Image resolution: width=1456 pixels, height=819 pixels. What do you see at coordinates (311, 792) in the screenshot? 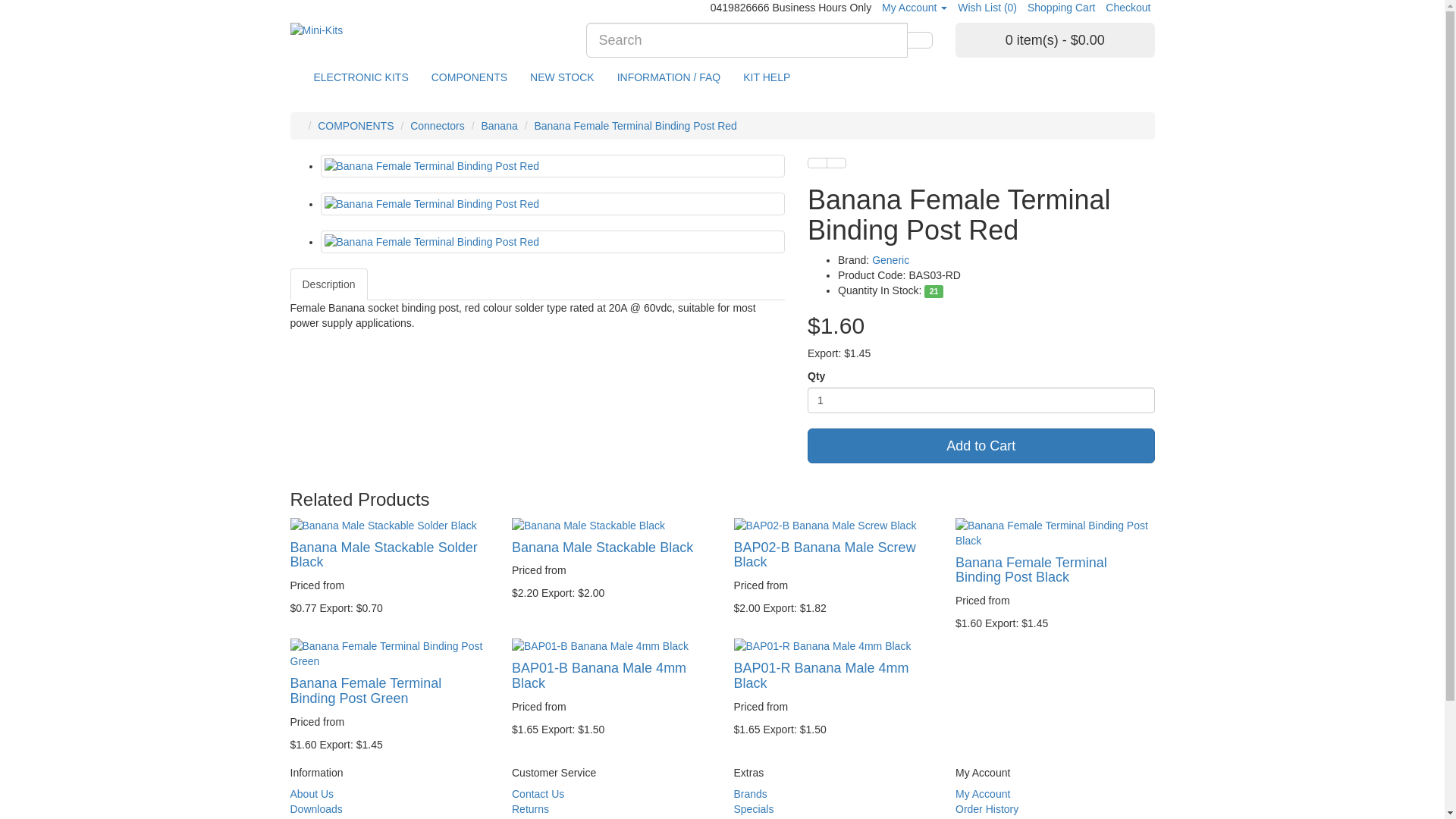
I see `'About Us'` at bounding box center [311, 792].